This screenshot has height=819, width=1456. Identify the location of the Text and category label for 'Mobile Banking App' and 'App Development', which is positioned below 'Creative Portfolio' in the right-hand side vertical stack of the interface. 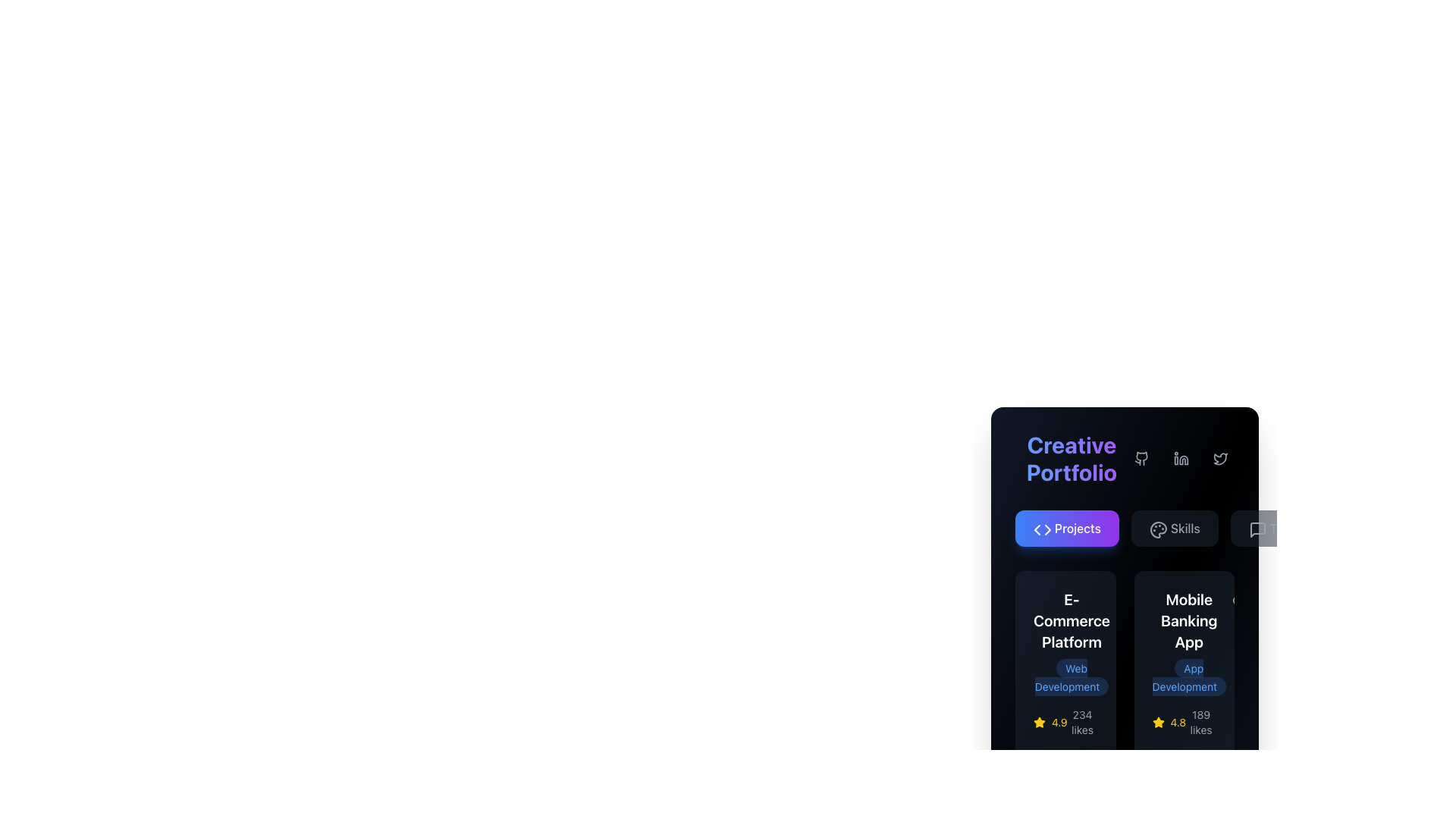
(1188, 642).